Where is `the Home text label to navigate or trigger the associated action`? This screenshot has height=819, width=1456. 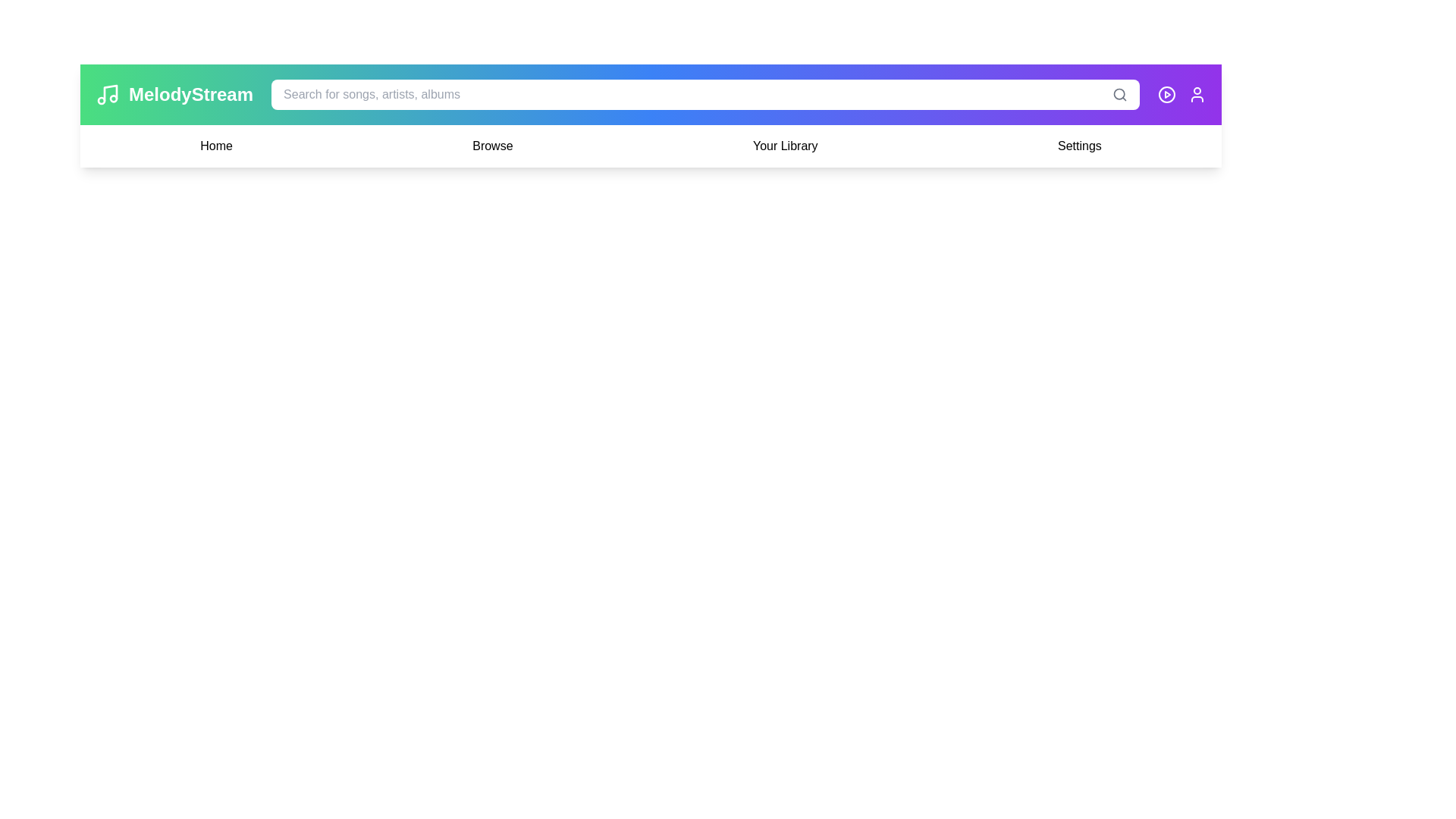
the Home text label to navigate or trigger the associated action is located at coordinates (215, 146).